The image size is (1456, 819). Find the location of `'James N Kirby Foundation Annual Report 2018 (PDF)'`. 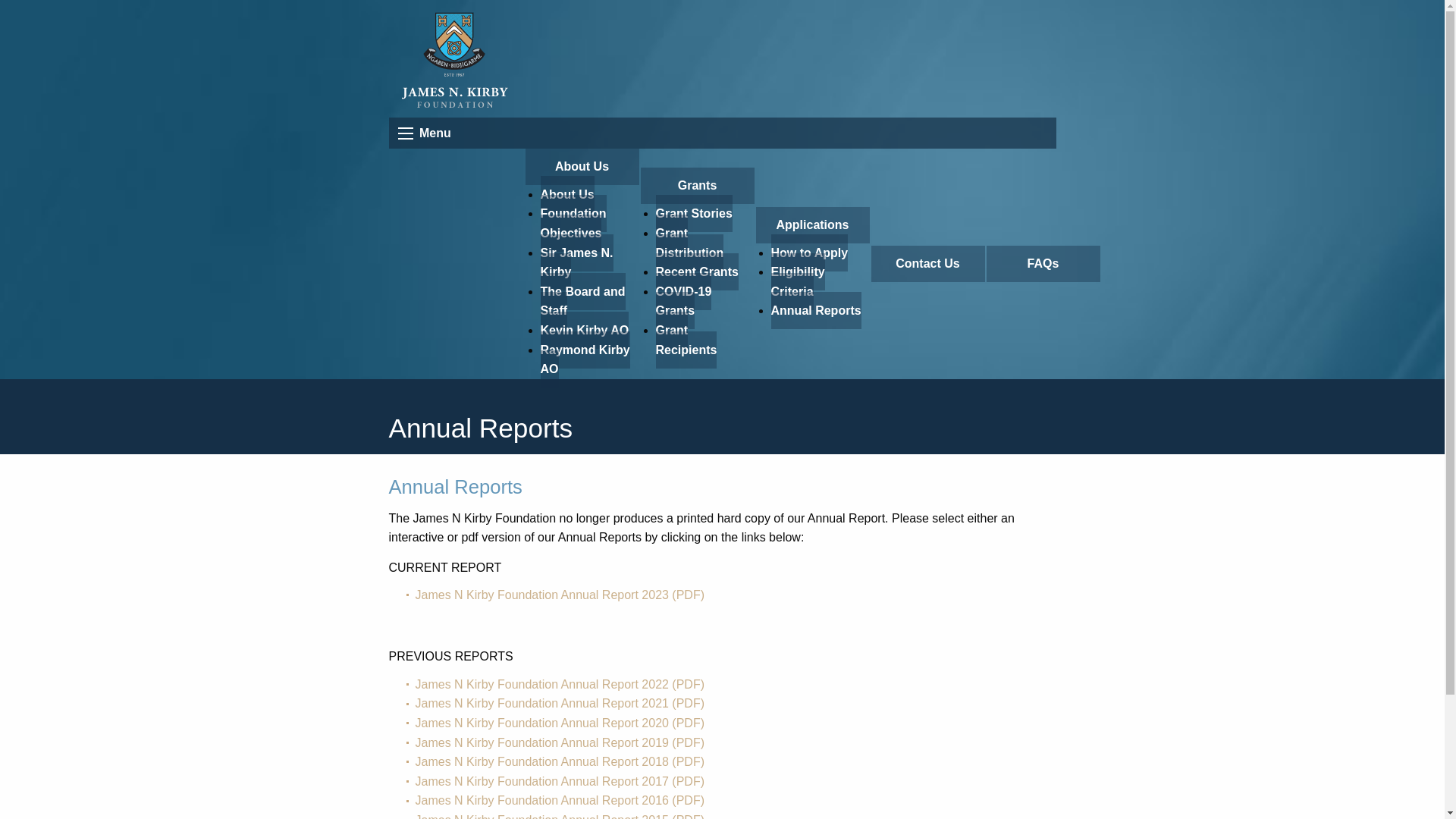

'James N Kirby Foundation Annual Report 2018 (PDF)' is located at coordinates (560, 761).